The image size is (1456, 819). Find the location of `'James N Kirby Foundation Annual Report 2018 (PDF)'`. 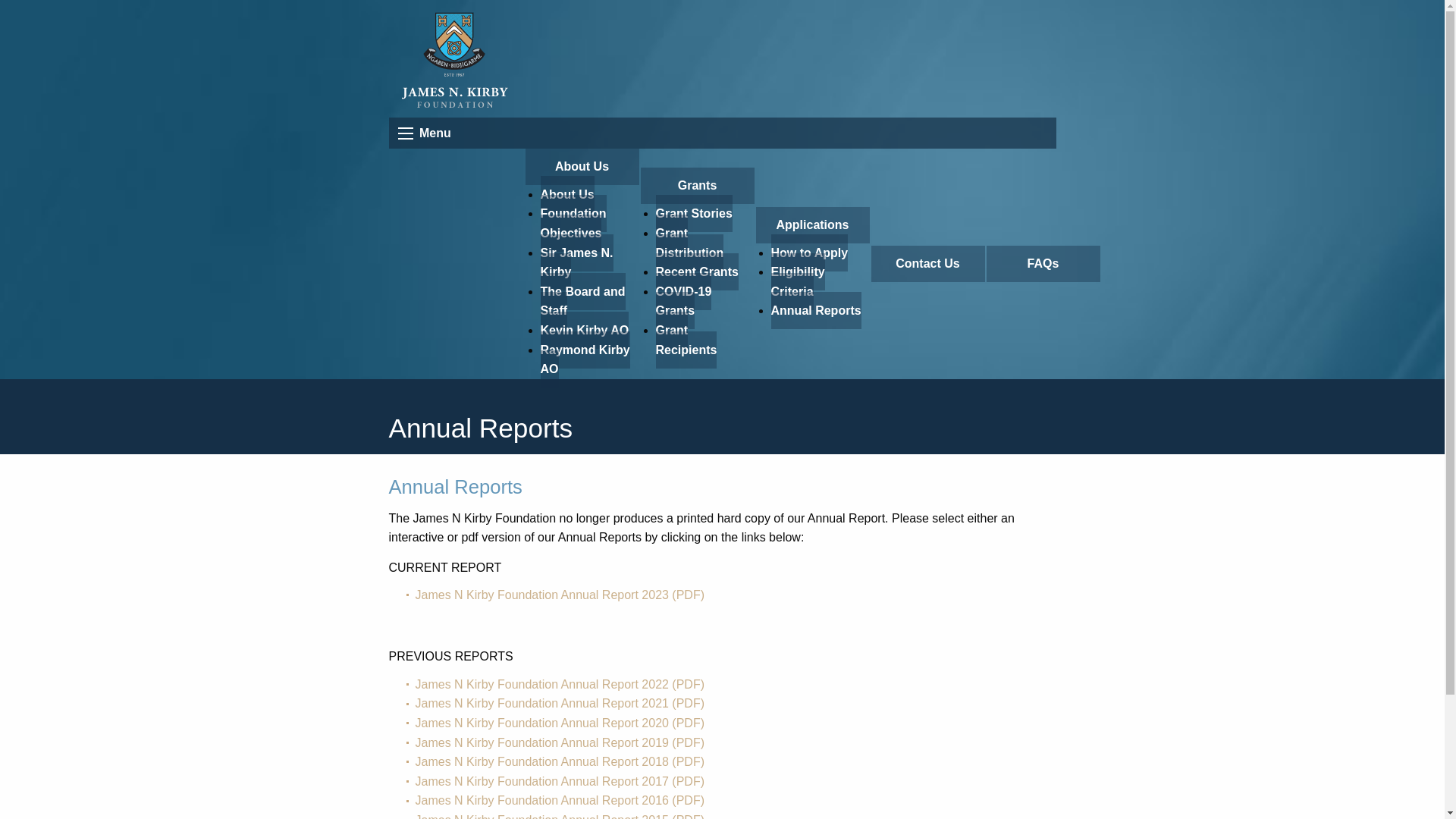

'James N Kirby Foundation Annual Report 2018 (PDF)' is located at coordinates (560, 761).